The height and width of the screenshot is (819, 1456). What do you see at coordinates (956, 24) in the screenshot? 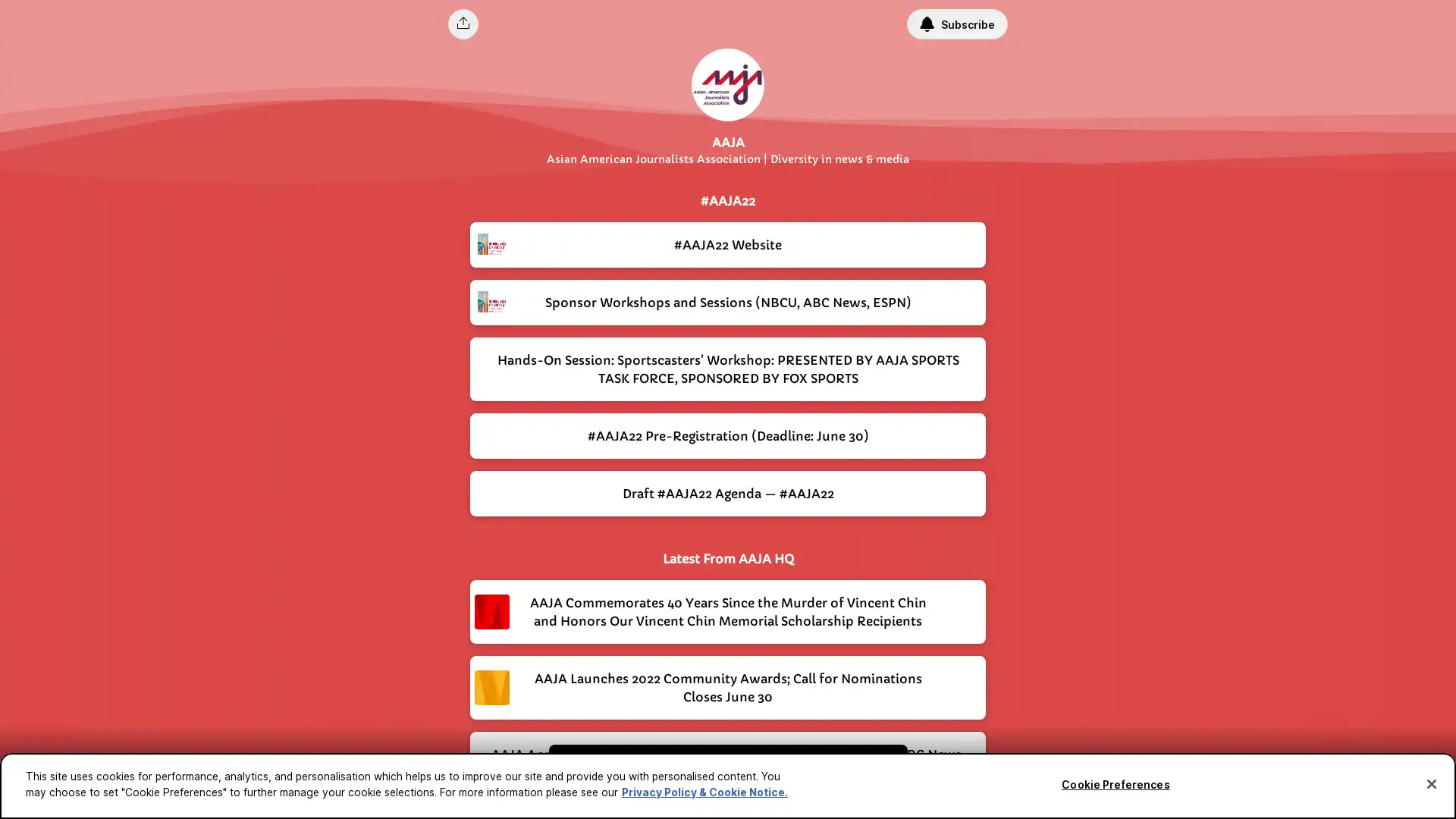
I see `Subscribe` at bounding box center [956, 24].